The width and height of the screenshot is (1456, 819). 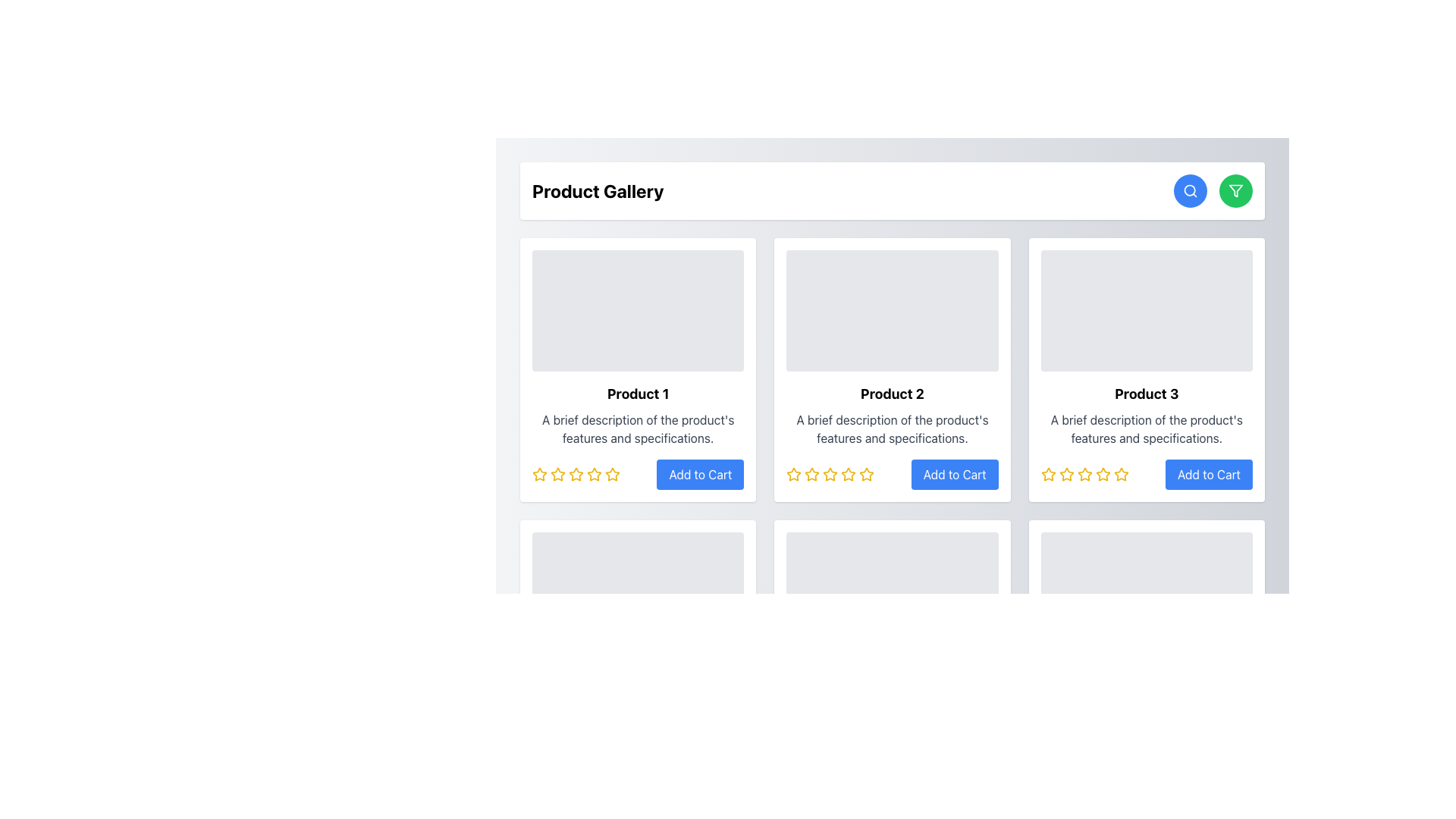 What do you see at coordinates (638, 429) in the screenshot?
I see `the textual description element located in the first product card, positioned below the title 'Product 1' and above the rating stars and 'Add to Cart' button` at bounding box center [638, 429].